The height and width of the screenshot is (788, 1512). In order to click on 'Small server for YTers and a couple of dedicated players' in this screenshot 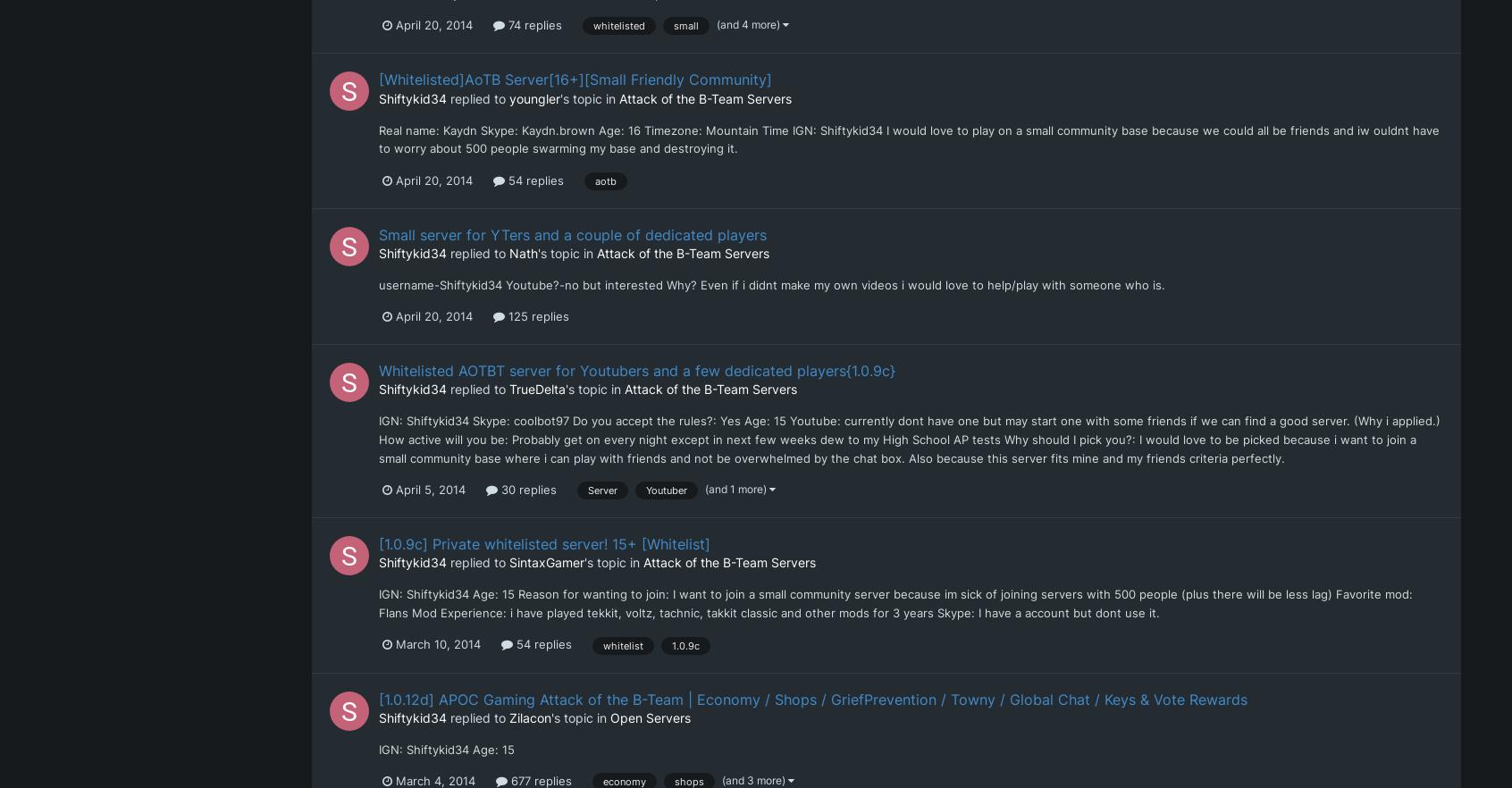, I will do `click(572, 234)`.